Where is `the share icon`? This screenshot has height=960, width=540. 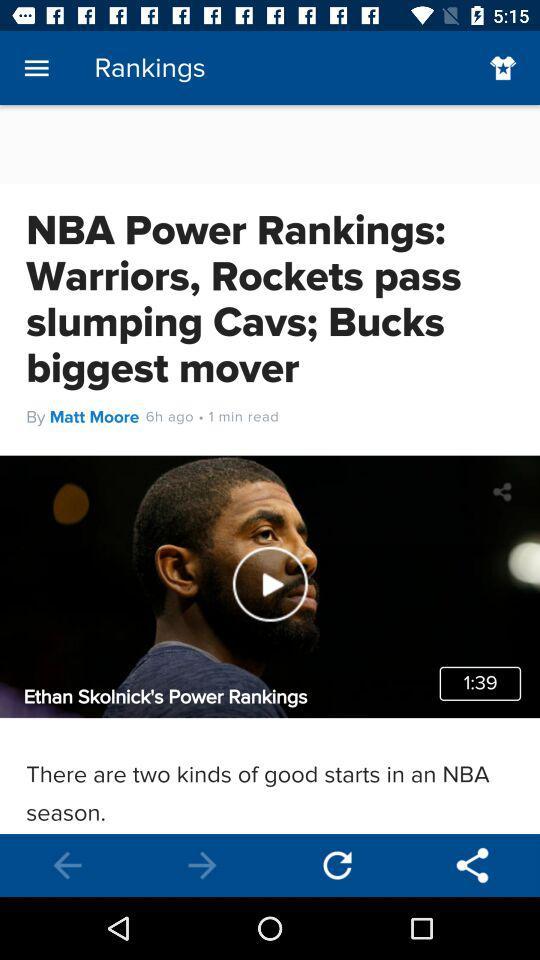 the share icon is located at coordinates (472, 864).